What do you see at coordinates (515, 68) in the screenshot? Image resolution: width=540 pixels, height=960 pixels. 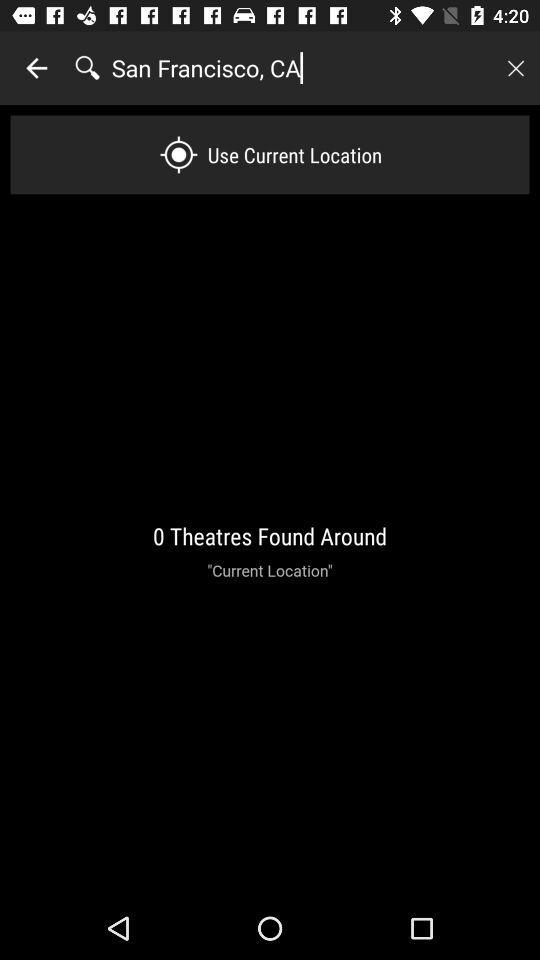 I see `the item at the top right corner` at bounding box center [515, 68].